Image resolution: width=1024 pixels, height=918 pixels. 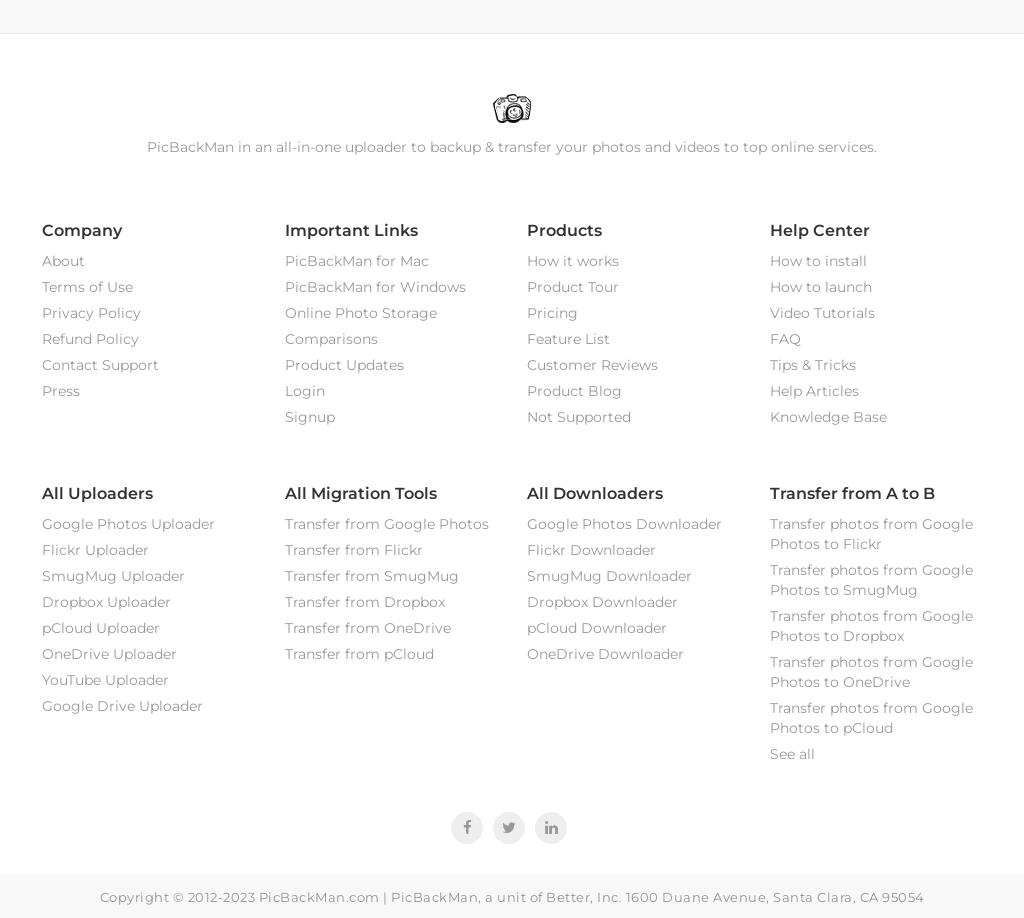 I want to click on 'OneDrive Downloader', so click(x=605, y=652).